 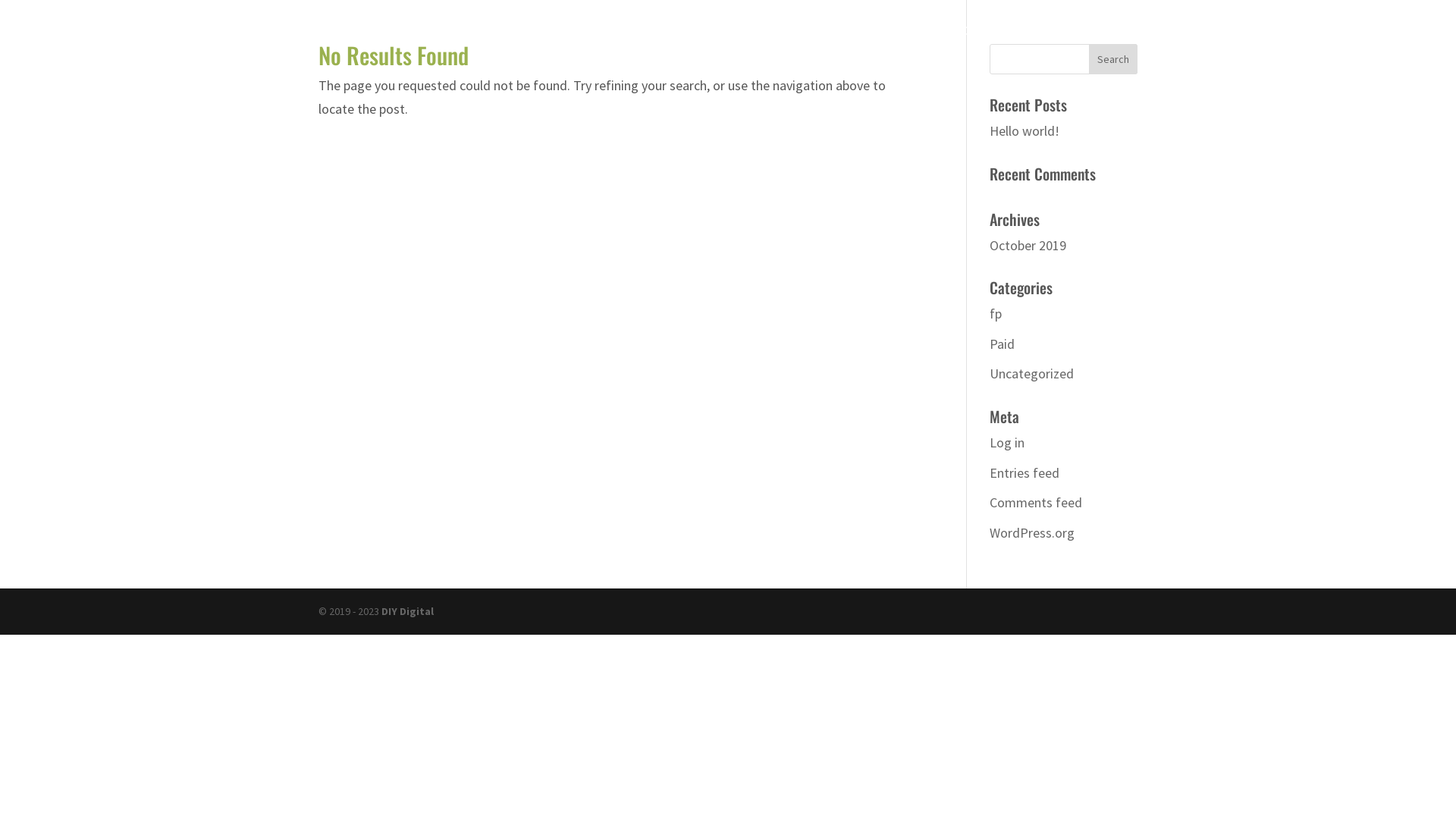 What do you see at coordinates (1035, 502) in the screenshot?
I see `'Comments feed'` at bounding box center [1035, 502].